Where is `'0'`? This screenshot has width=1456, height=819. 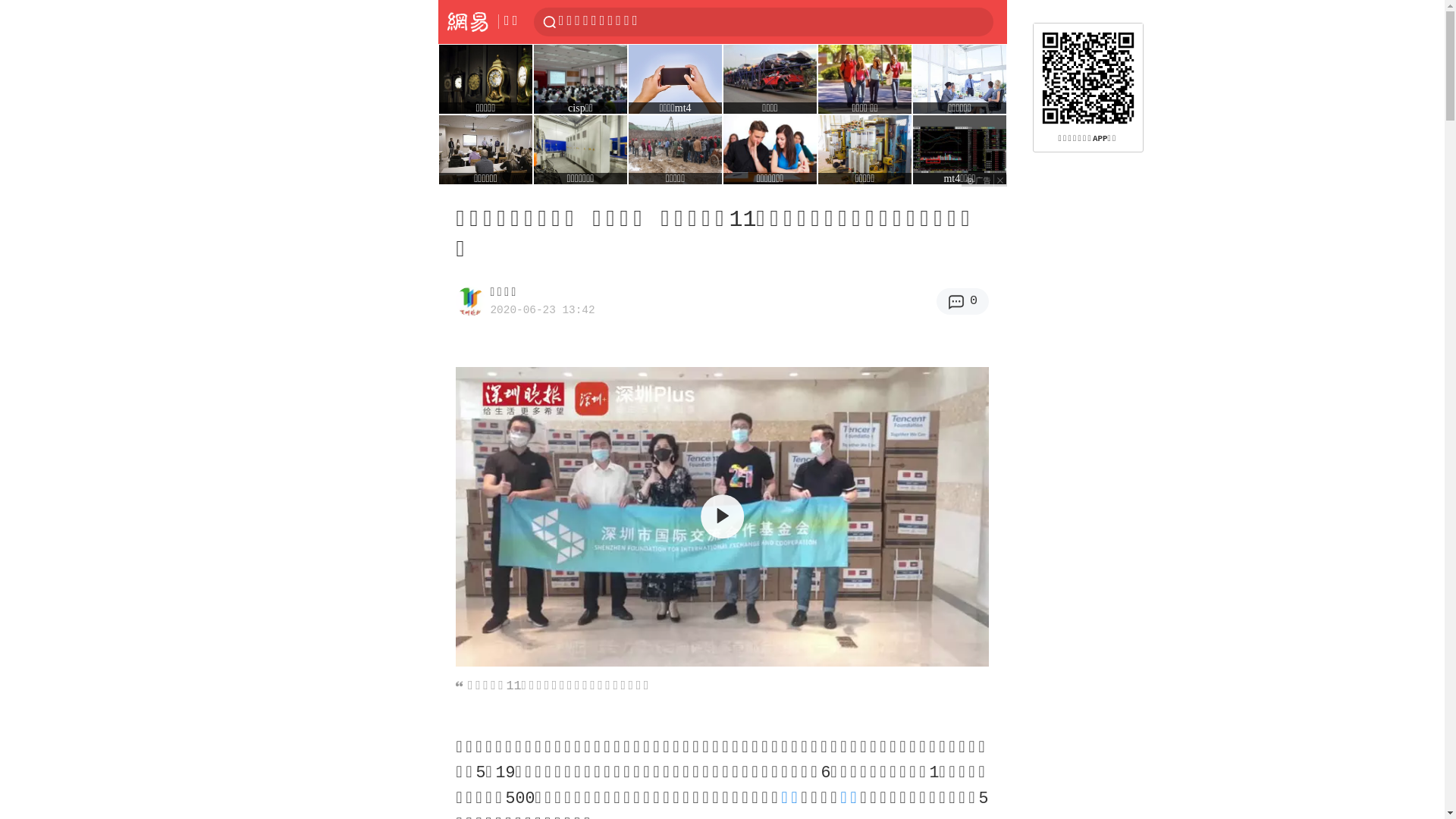 '0' is located at coordinates (962, 301).